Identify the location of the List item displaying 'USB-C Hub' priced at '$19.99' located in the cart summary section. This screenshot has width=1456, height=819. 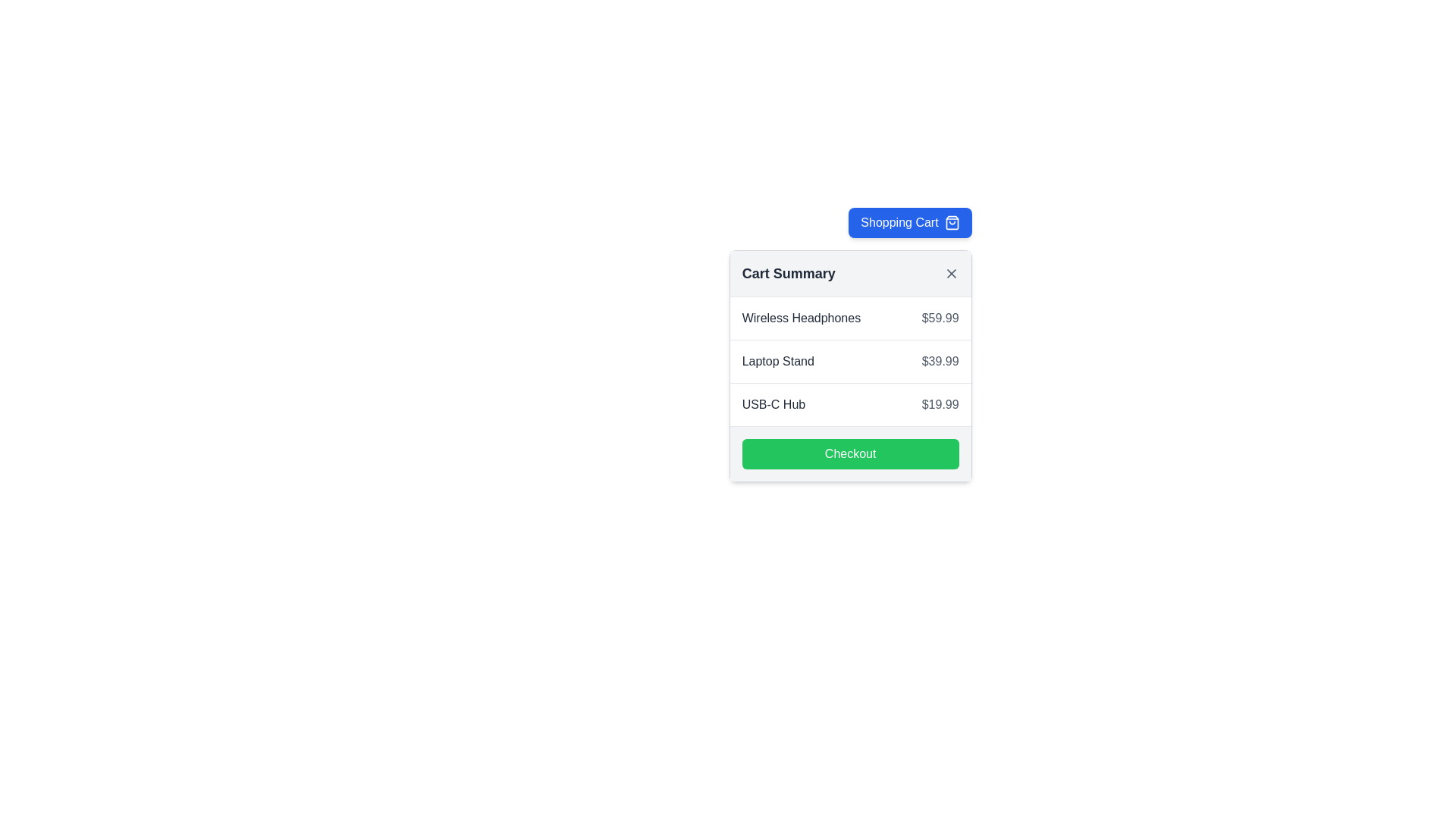
(850, 403).